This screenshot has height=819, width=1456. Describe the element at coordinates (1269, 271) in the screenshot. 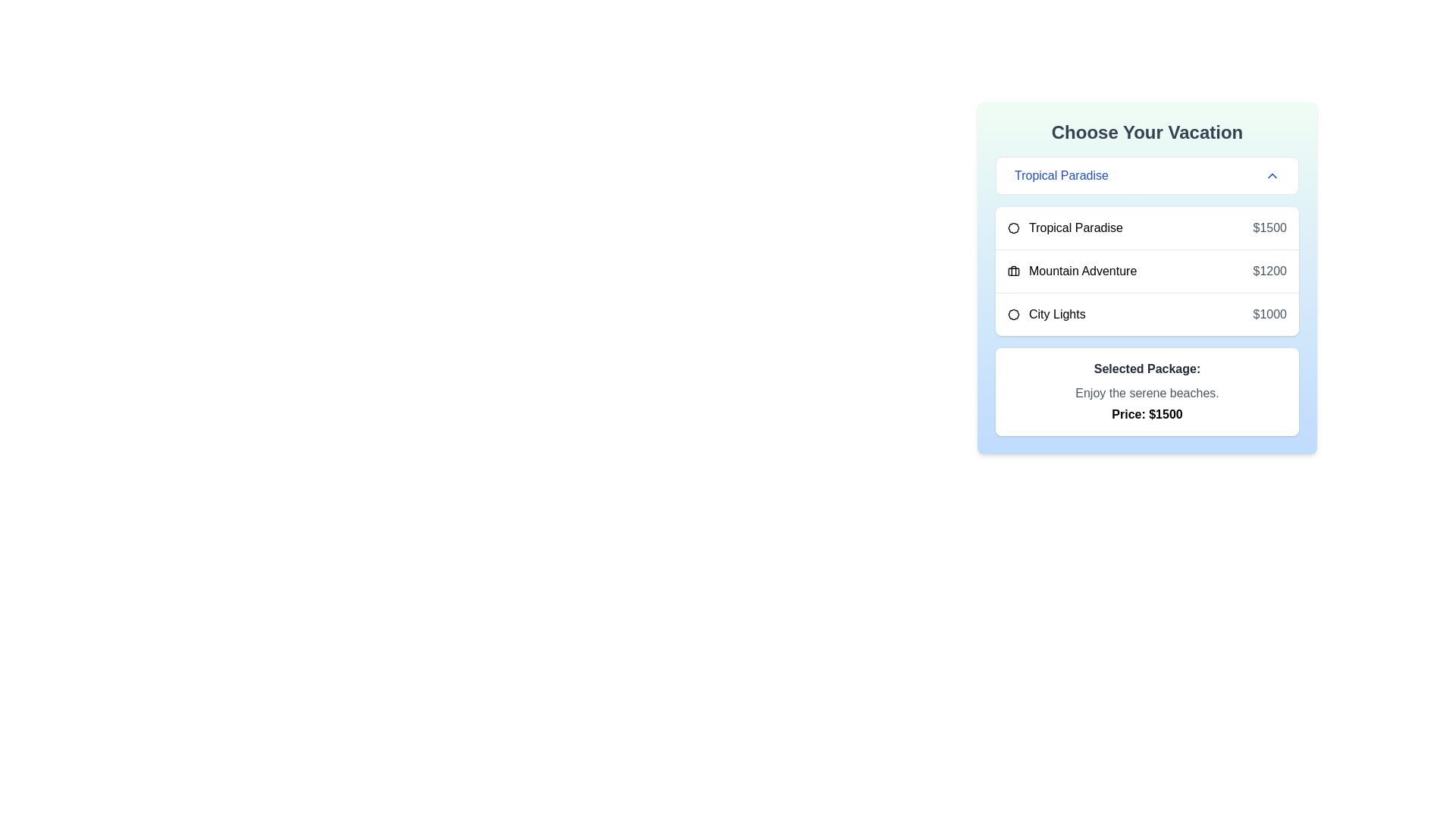

I see `the Text label displaying the amount '$1200' in gray, positioned on the right side of the layout, adjacent to the 'Mountain Adventure' text` at that location.